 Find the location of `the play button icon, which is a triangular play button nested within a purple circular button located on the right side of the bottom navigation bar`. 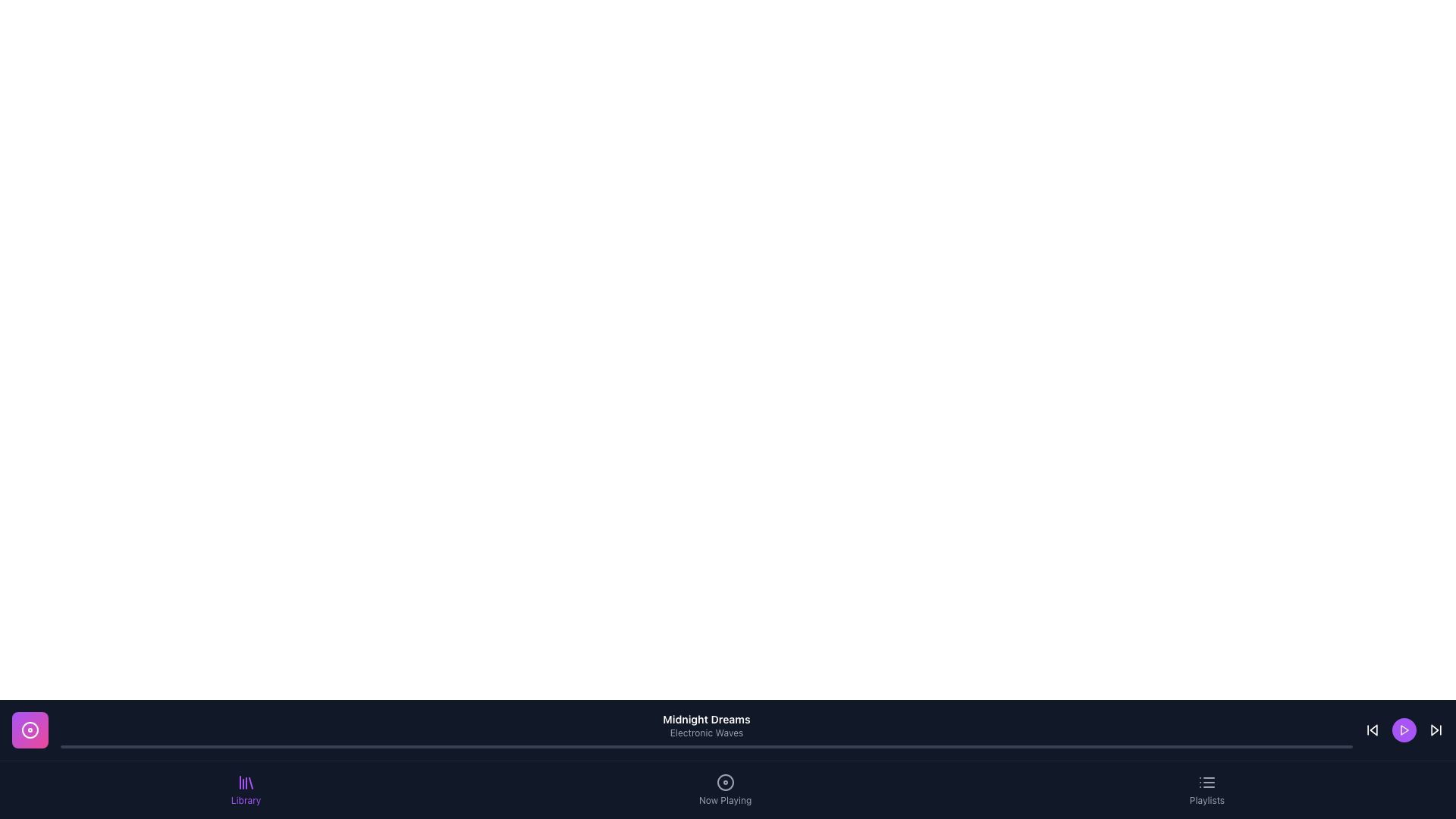

the play button icon, which is a triangular play button nested within a purple circular button located on the right side of the bottom navigation bar is located at coordinates (1404, 730).